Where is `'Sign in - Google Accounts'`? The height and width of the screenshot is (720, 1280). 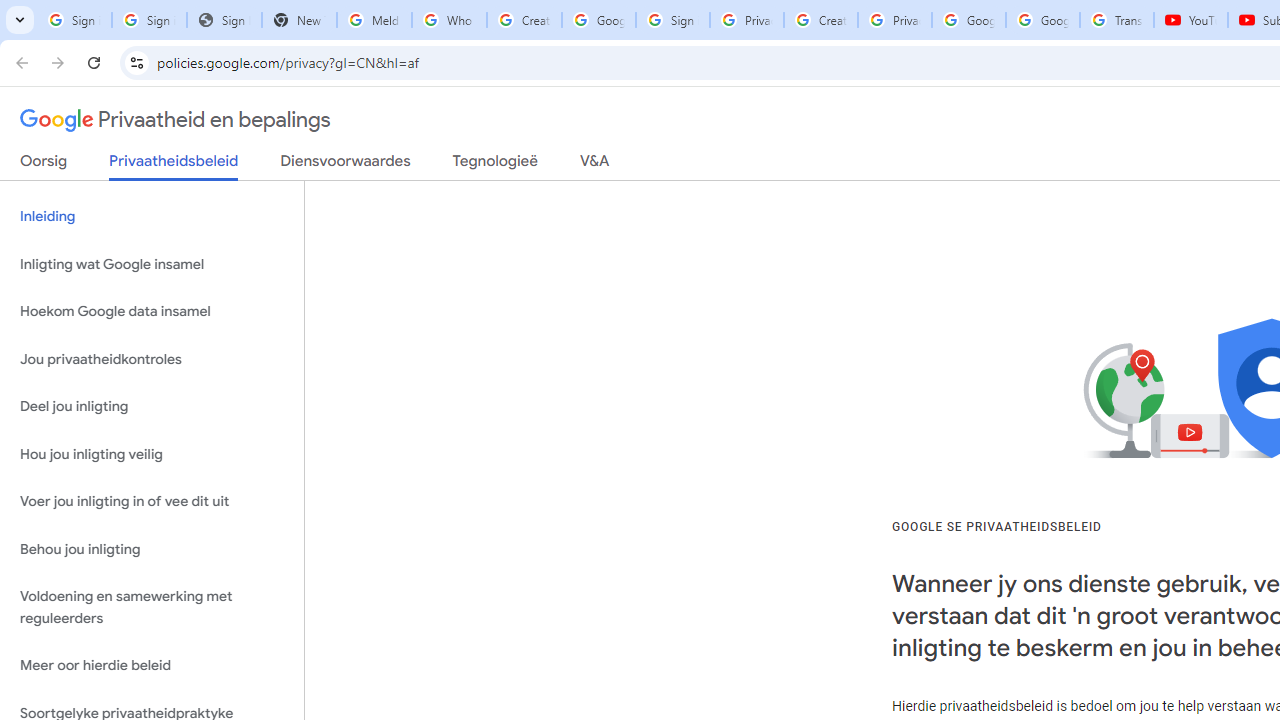 'Sign in - Google Accounts' is located at coordinates (673, 20).